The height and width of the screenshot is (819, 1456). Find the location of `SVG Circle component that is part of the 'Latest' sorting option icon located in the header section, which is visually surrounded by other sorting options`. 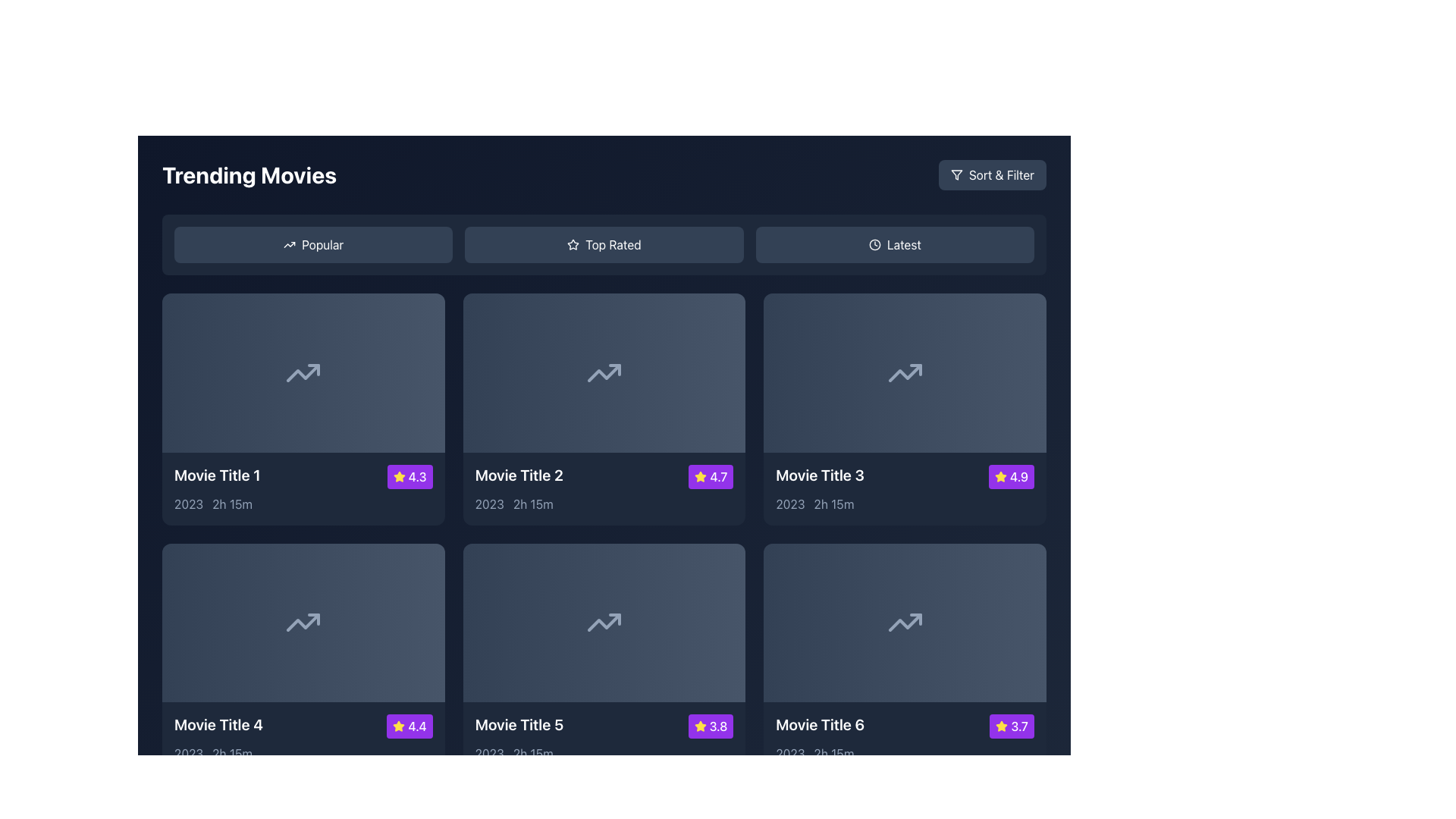

SVG Circle component that is part of the 'Latest' sorting option icon located in the header section, which is visually surrounded by other sorting options is located at coordinates (874, 244).